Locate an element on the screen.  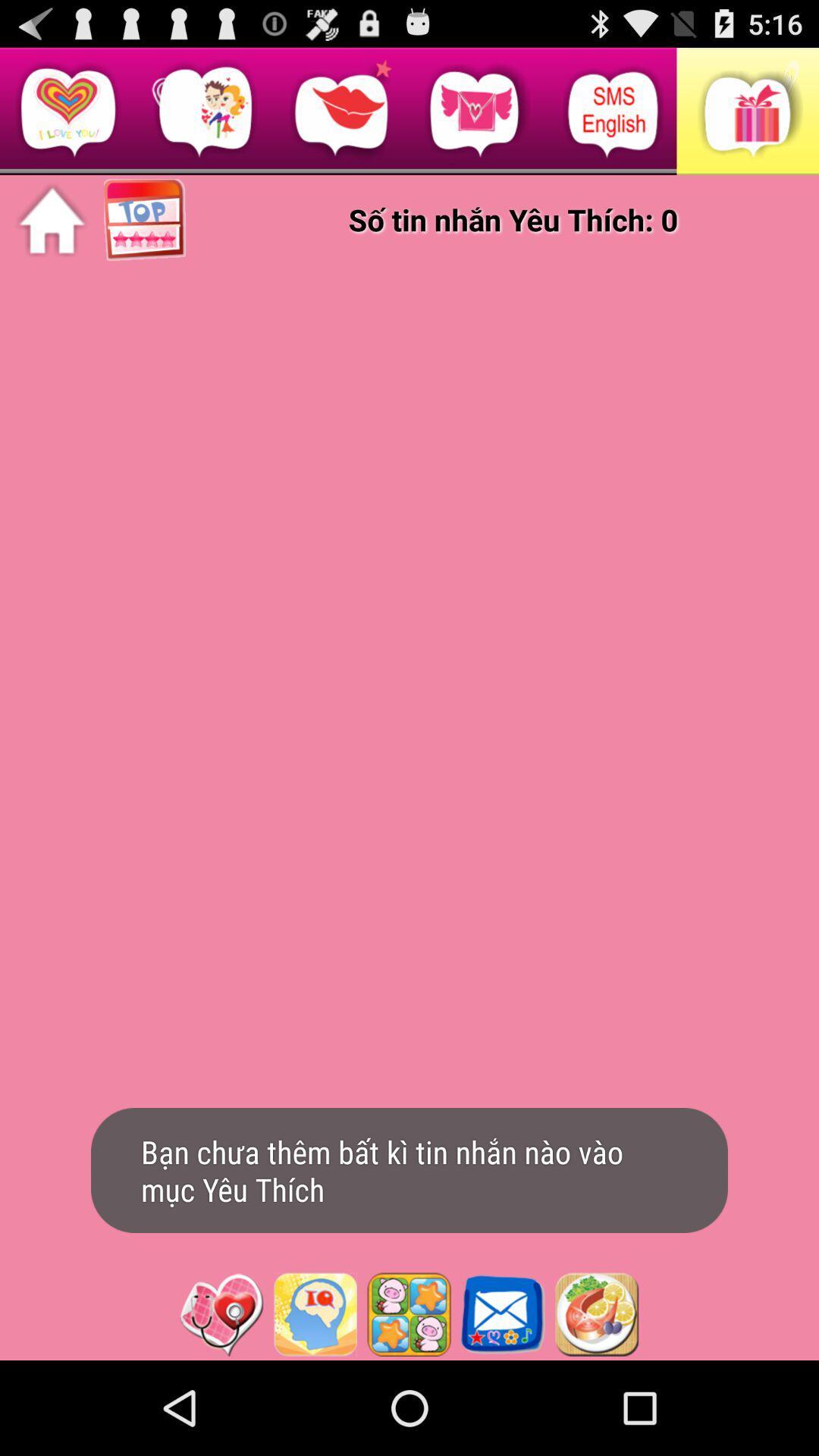
menu button is located at coordinates (596, 1313).